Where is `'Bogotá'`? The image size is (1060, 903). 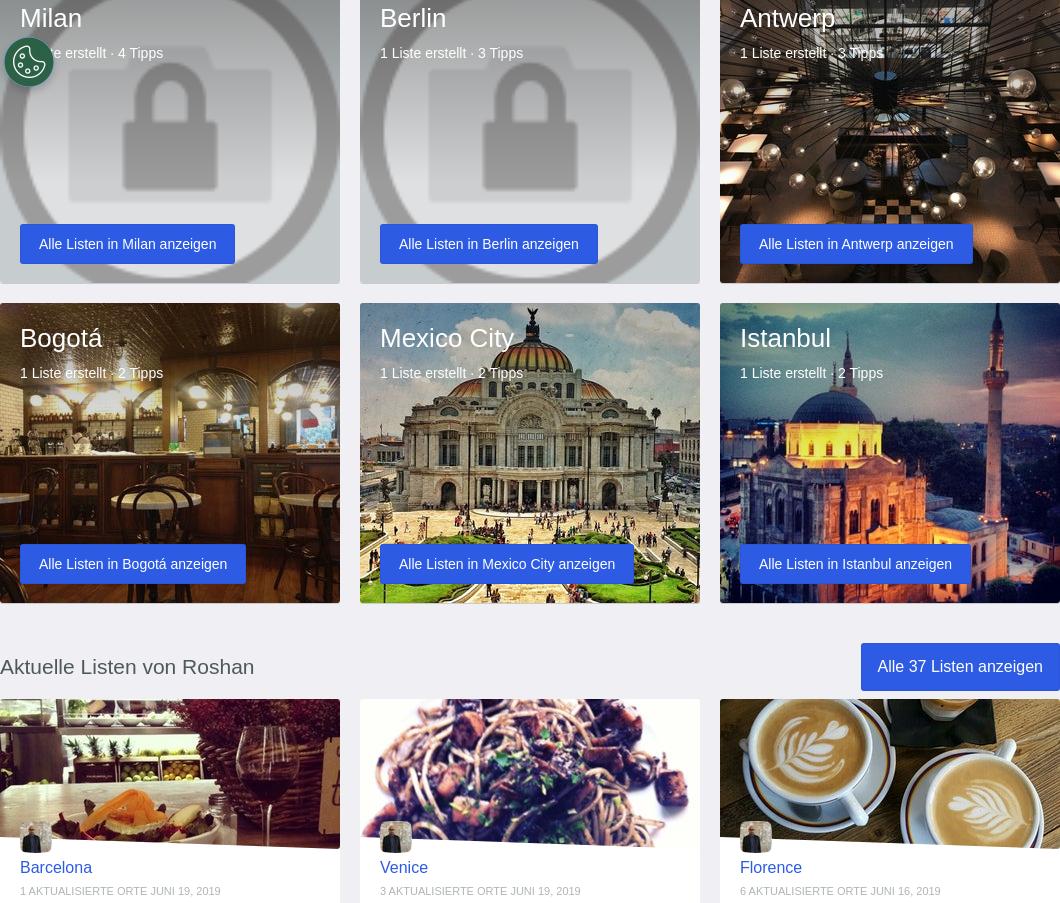
'Bogotá' is located at coordinates (60, 336).